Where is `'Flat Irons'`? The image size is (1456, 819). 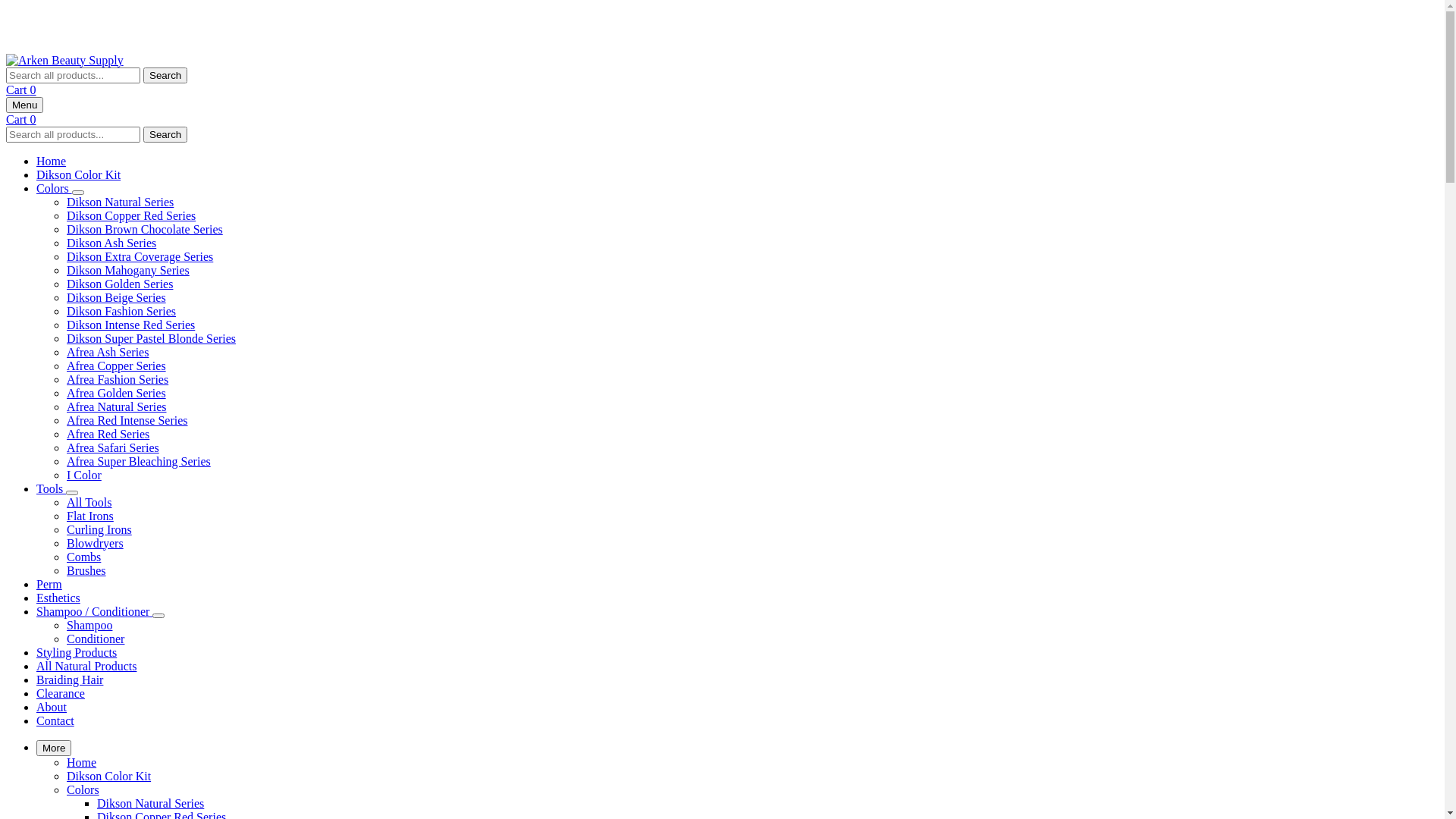 'Flat Irons' is located at coordinates (65, 515).